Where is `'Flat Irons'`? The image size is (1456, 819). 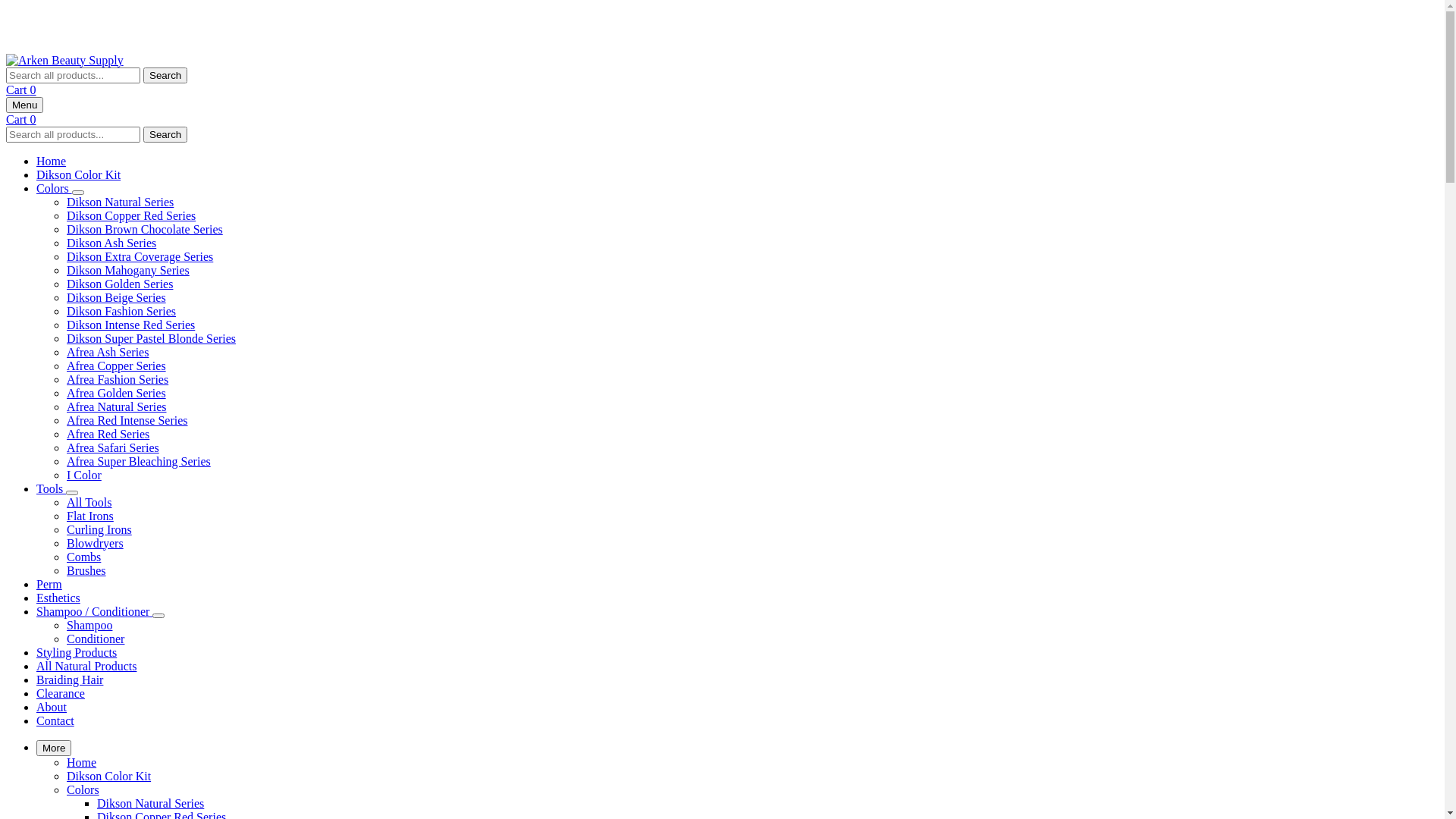 'Flat Irons' is located at coordinates (65, 515).